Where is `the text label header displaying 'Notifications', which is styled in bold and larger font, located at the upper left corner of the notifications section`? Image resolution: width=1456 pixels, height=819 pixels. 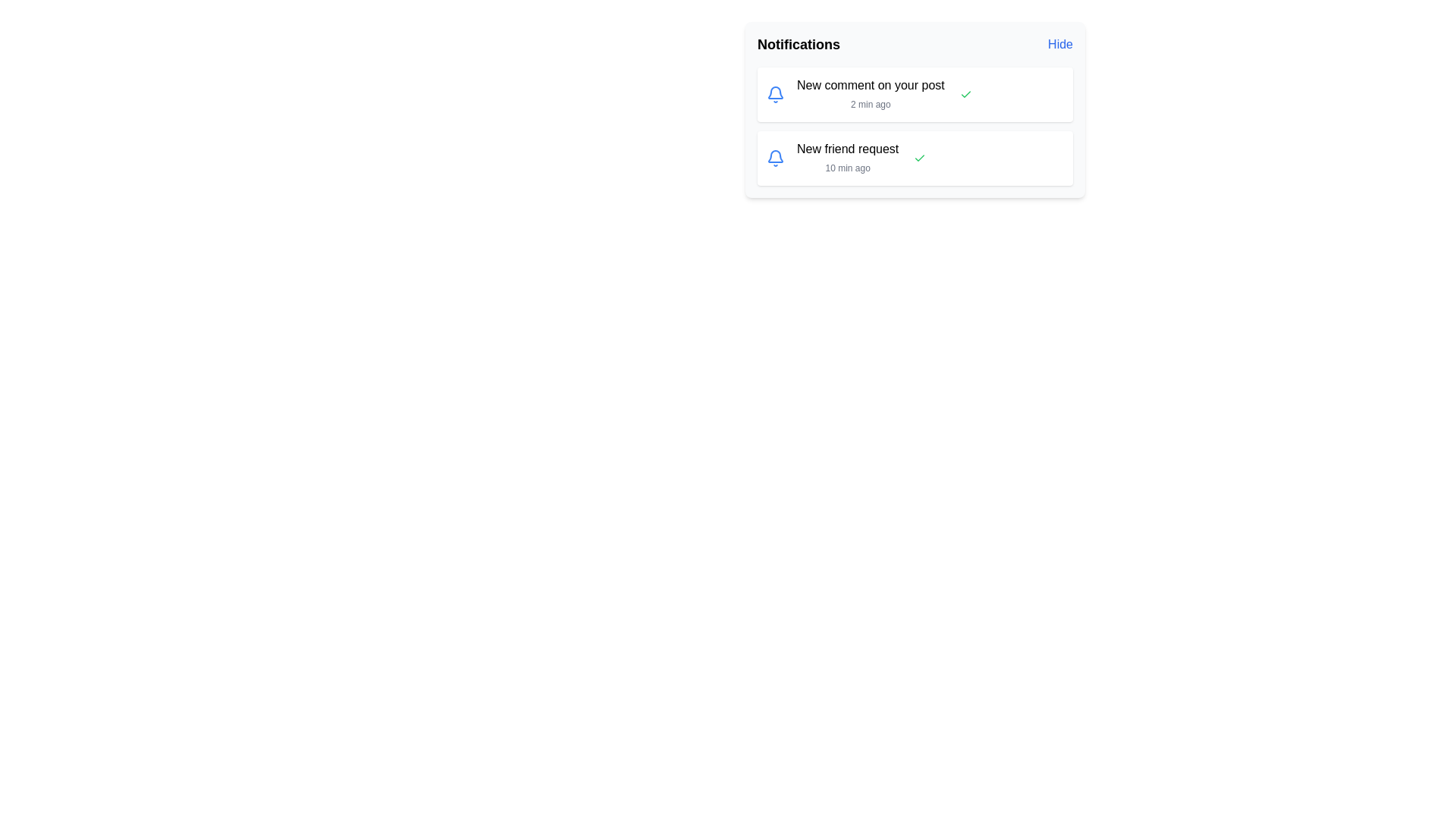
the text label header displaying 'Notifications', which is styled in bold and larger font, located at the upper left corner of the notifications section is located at coordinates (798, 43).